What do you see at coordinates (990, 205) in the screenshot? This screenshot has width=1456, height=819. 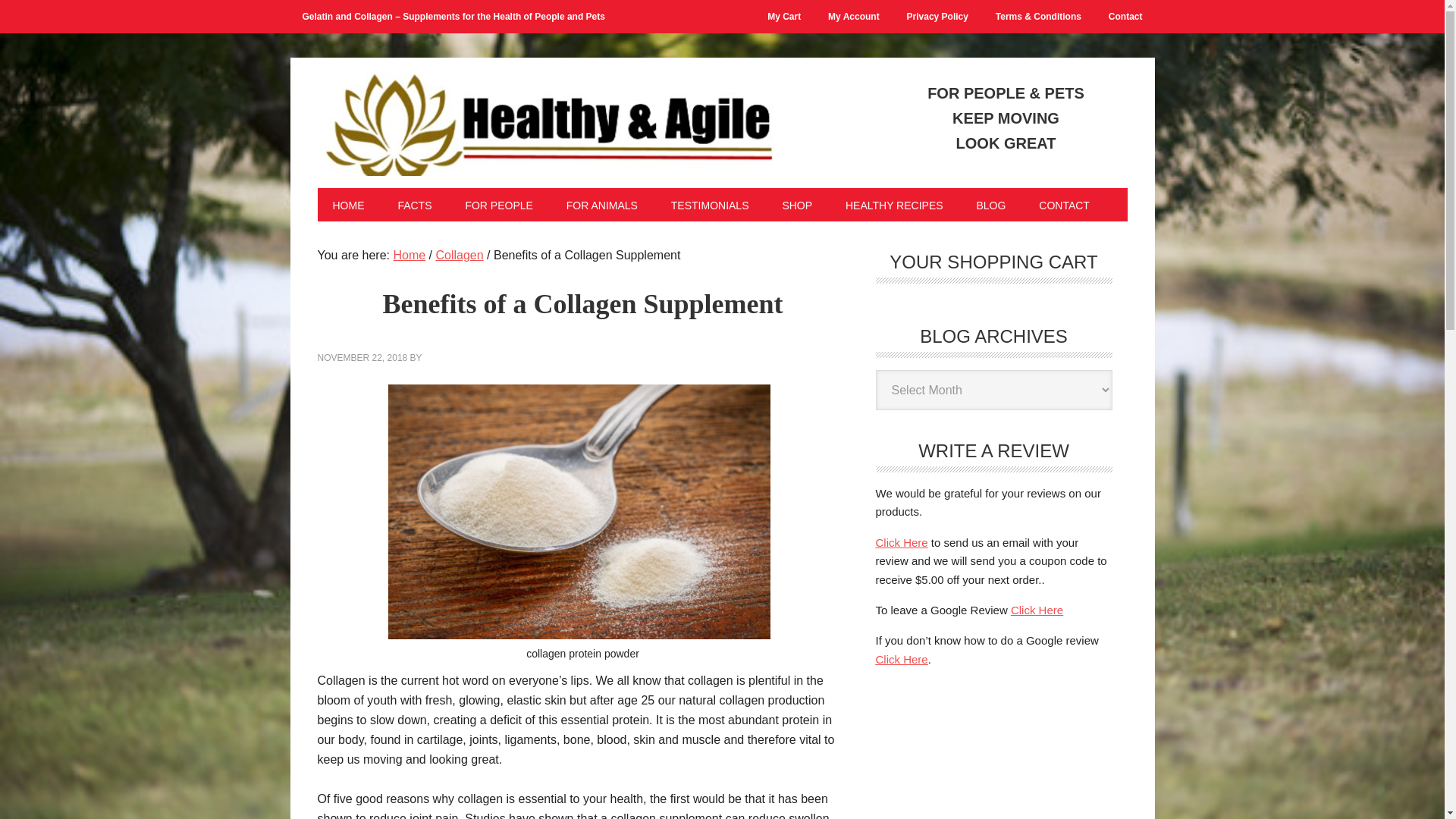 I see `'BLOG'` at bounding box center [990, 205].